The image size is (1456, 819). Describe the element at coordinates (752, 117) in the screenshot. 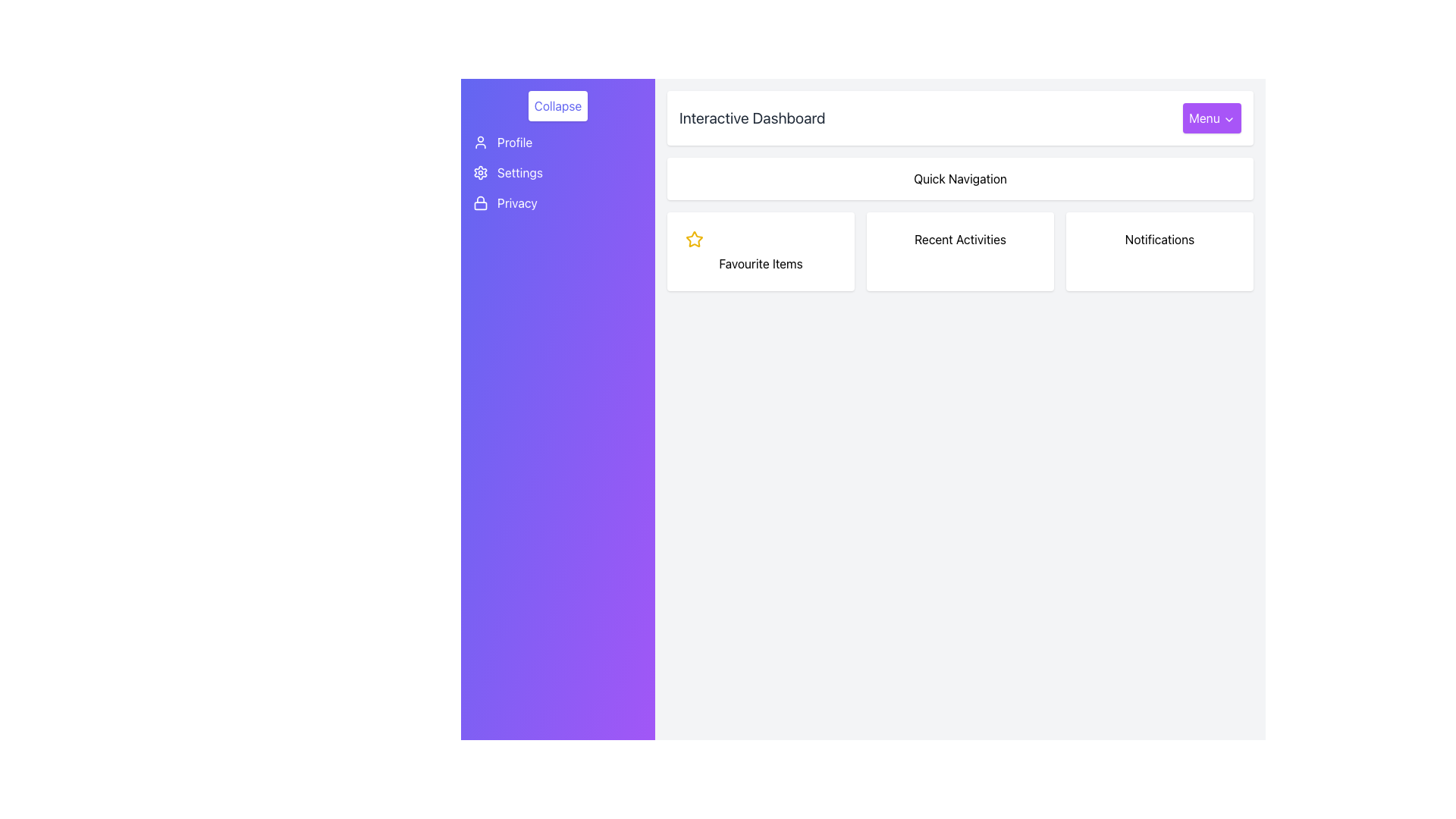

I see `the text label displaying 'Interactive Dashboard' with dark gray coloring, positioned to the left of the 'Menu' button` at that location.